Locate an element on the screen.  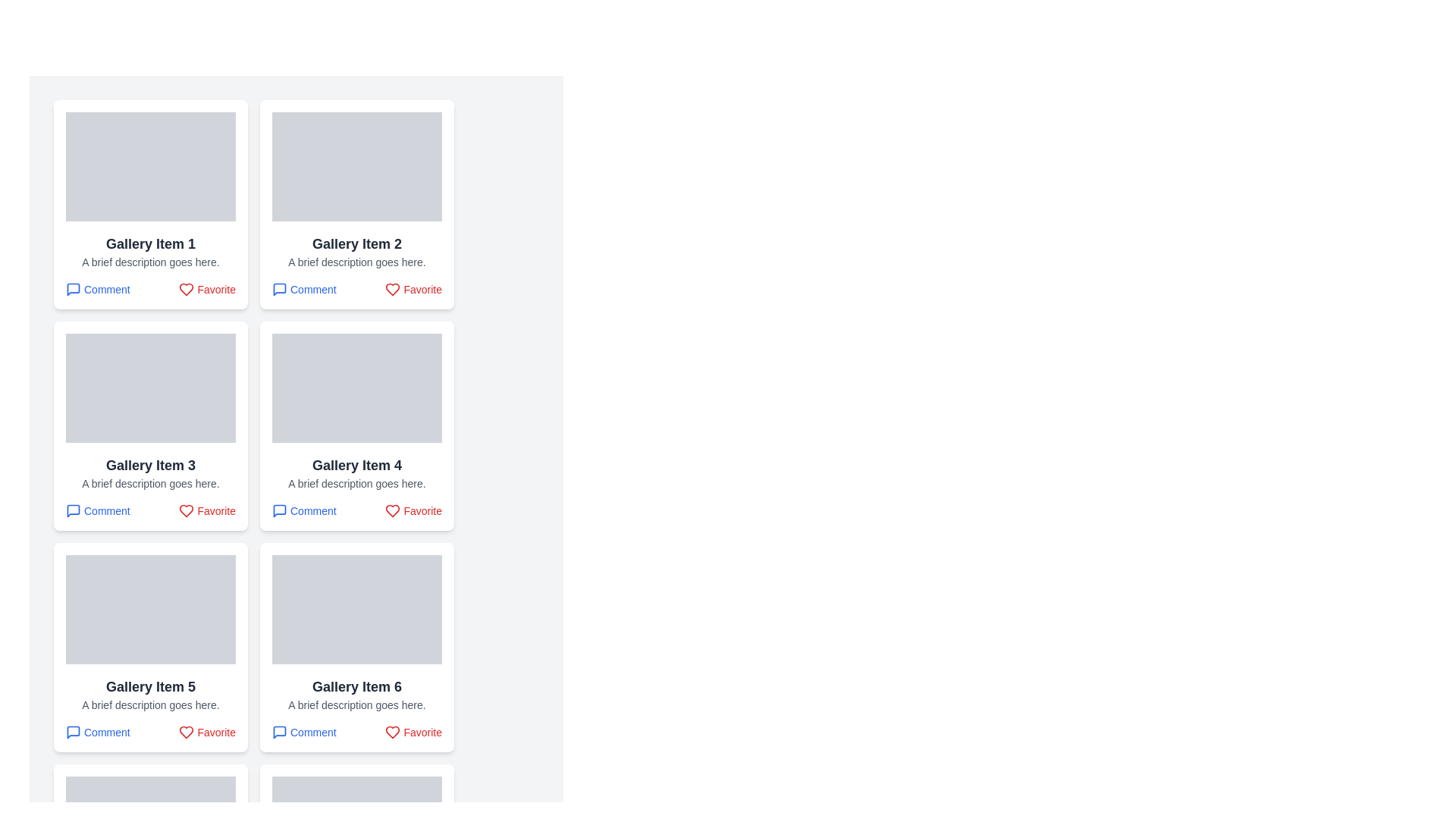
the favorite button located at the bottom-right corner of the card for 'Gallery Item 5' to mark the item as favorite is located at coordinates (206, 731).